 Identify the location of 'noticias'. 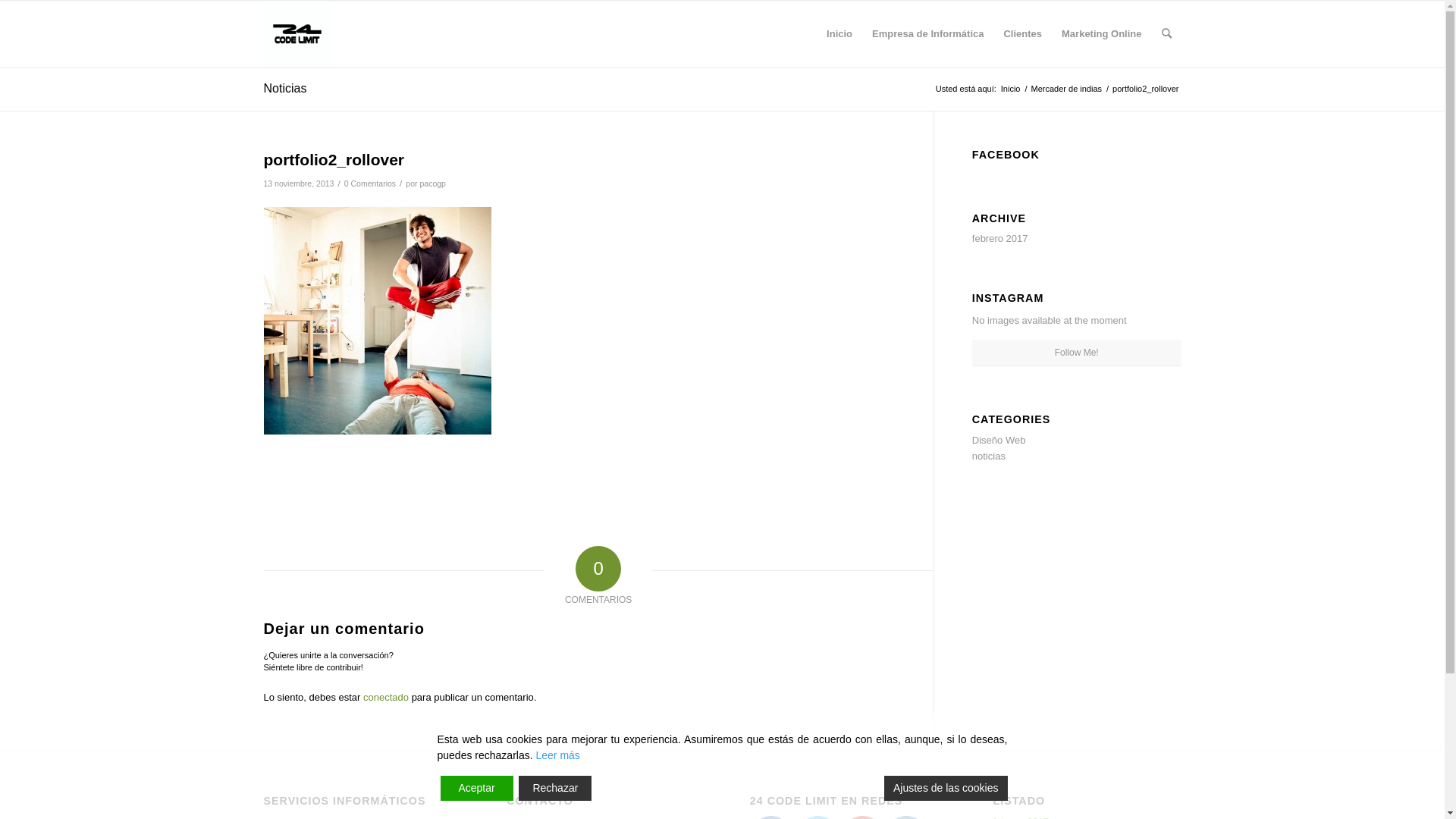
(989, 455).